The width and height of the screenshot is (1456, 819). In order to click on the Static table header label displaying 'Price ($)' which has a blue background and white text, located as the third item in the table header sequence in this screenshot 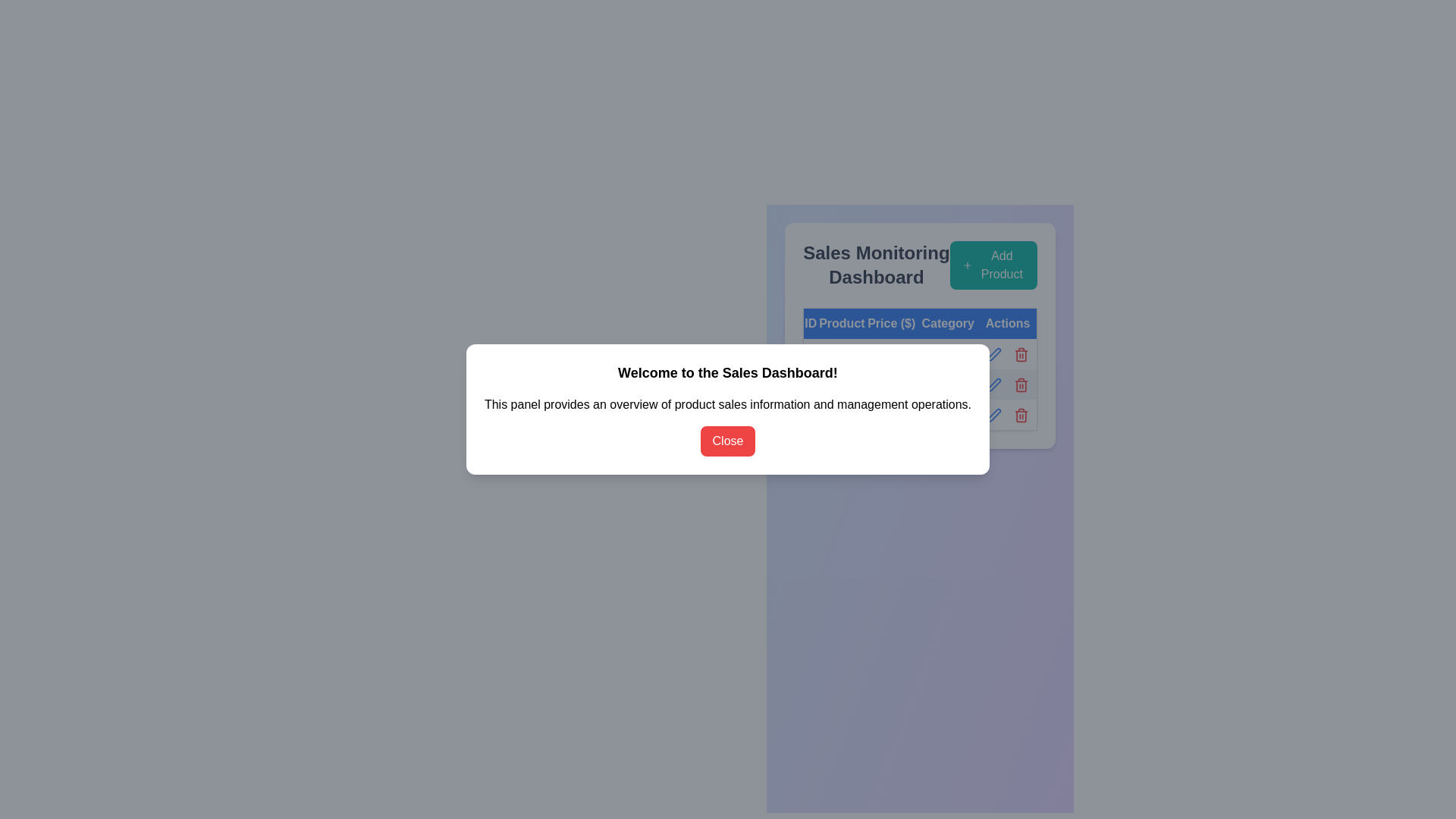, I will do `click(891, 322)`.